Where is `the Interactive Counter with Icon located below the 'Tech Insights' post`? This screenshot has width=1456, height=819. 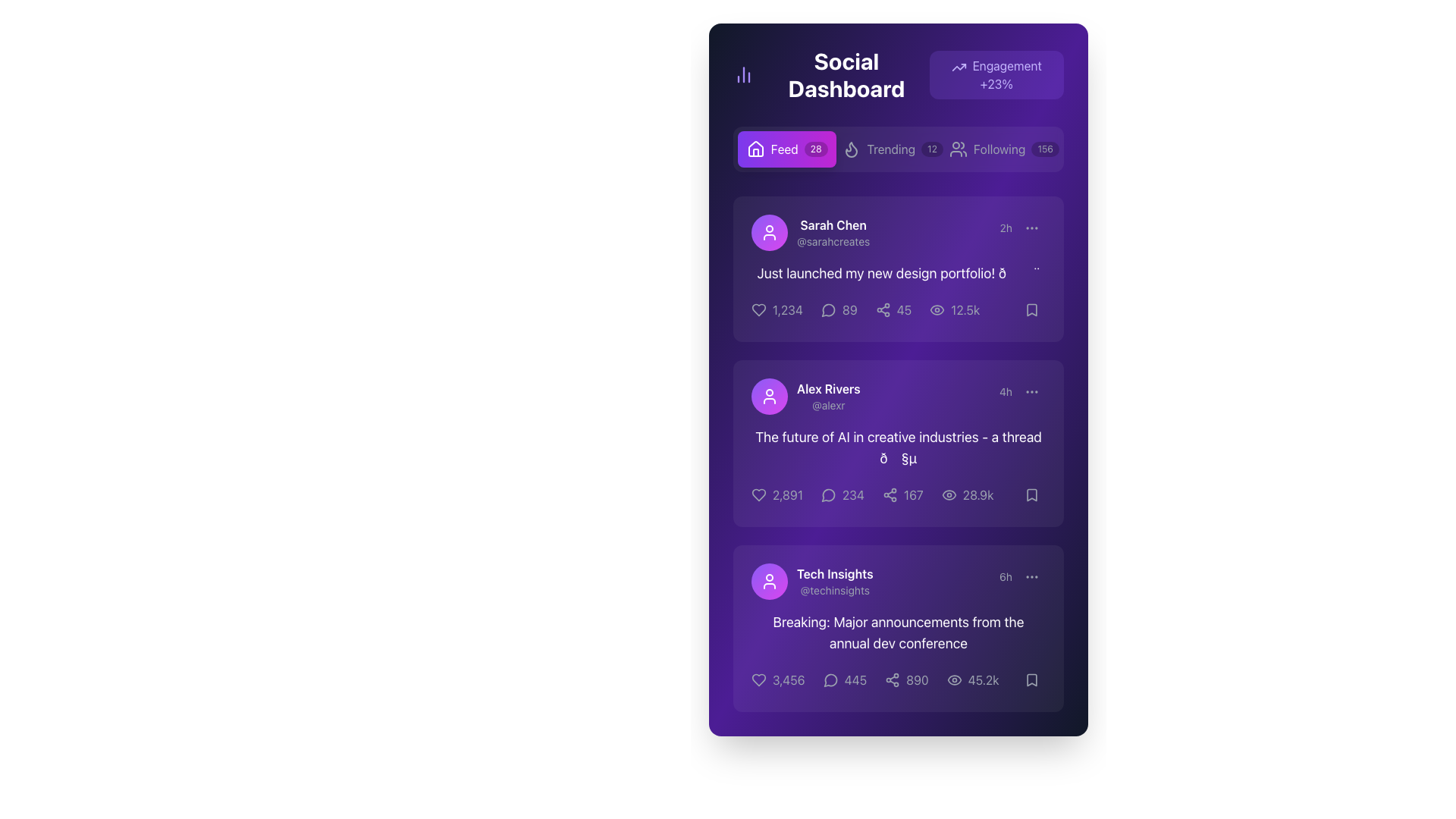 the Interactive Counter with Icon located below the 'Tech Insights' post is located at coordinates (844, 679).